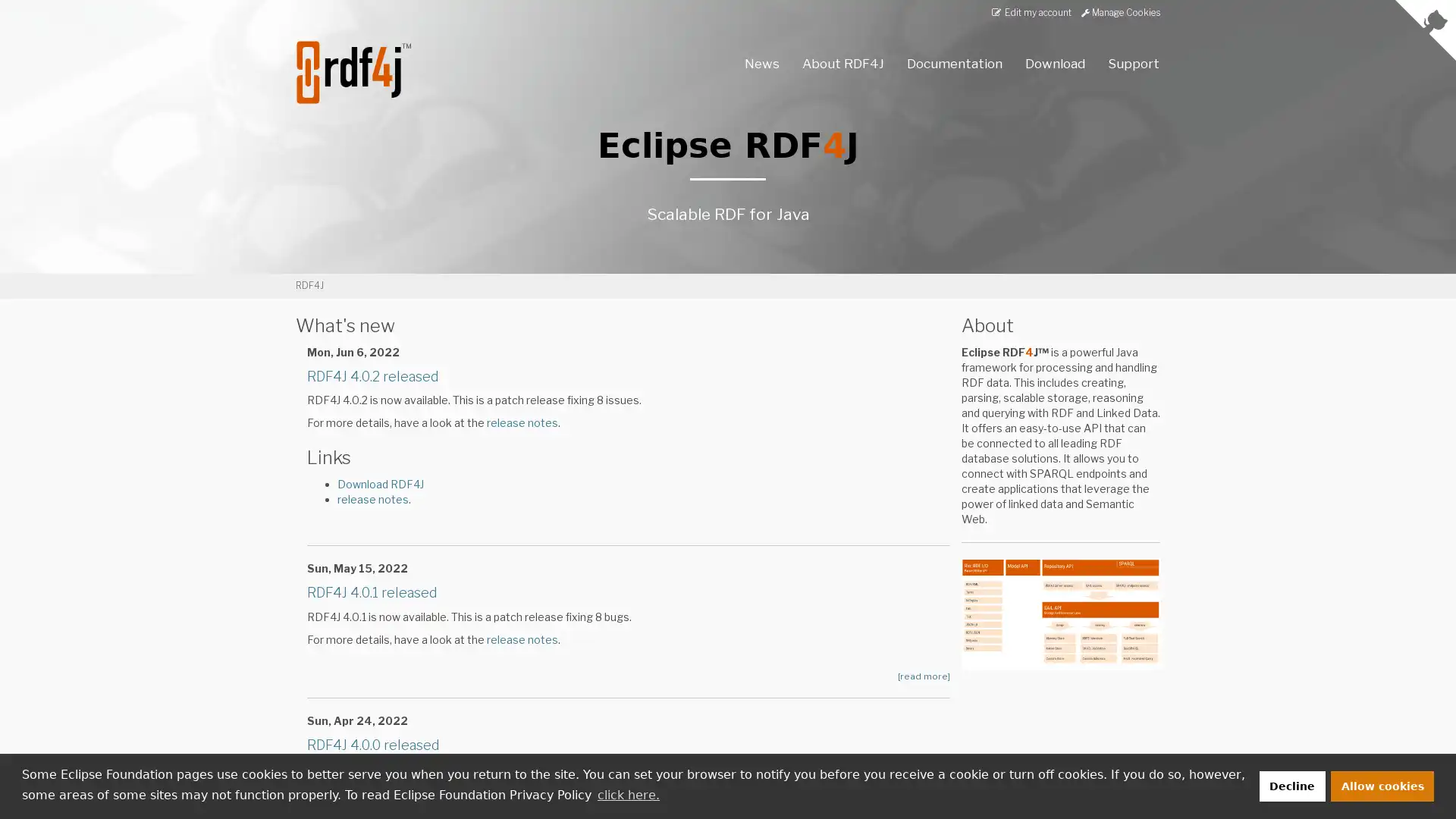 This screenshot has height=819, width=1456. What do you see at coordinates (1382, 785) in the screenshot?
I see `allow cookies` at bounding box center [1382, 785].